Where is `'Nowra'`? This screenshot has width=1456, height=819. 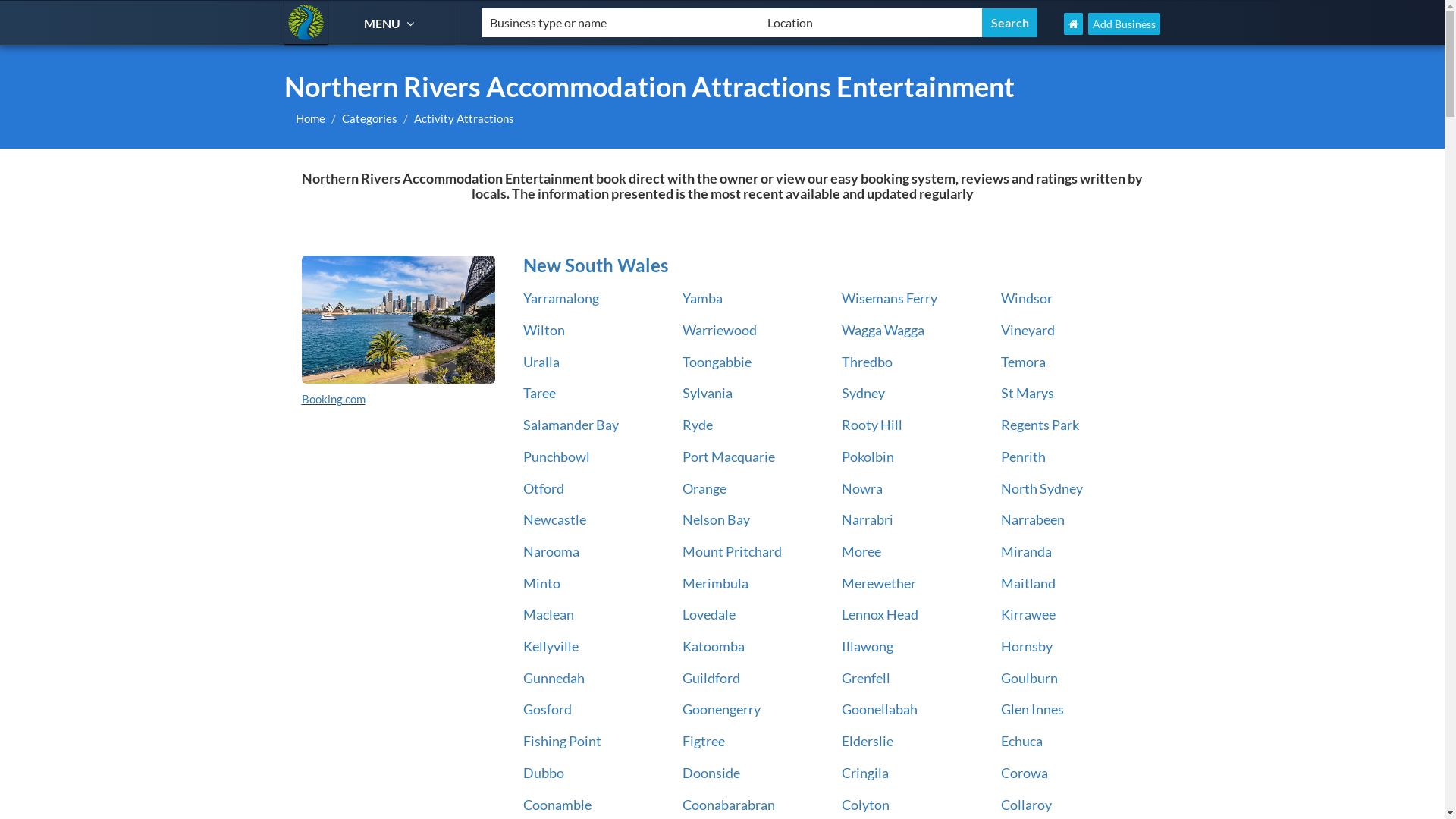
'Nowra' is located at coordinates (862, 488).